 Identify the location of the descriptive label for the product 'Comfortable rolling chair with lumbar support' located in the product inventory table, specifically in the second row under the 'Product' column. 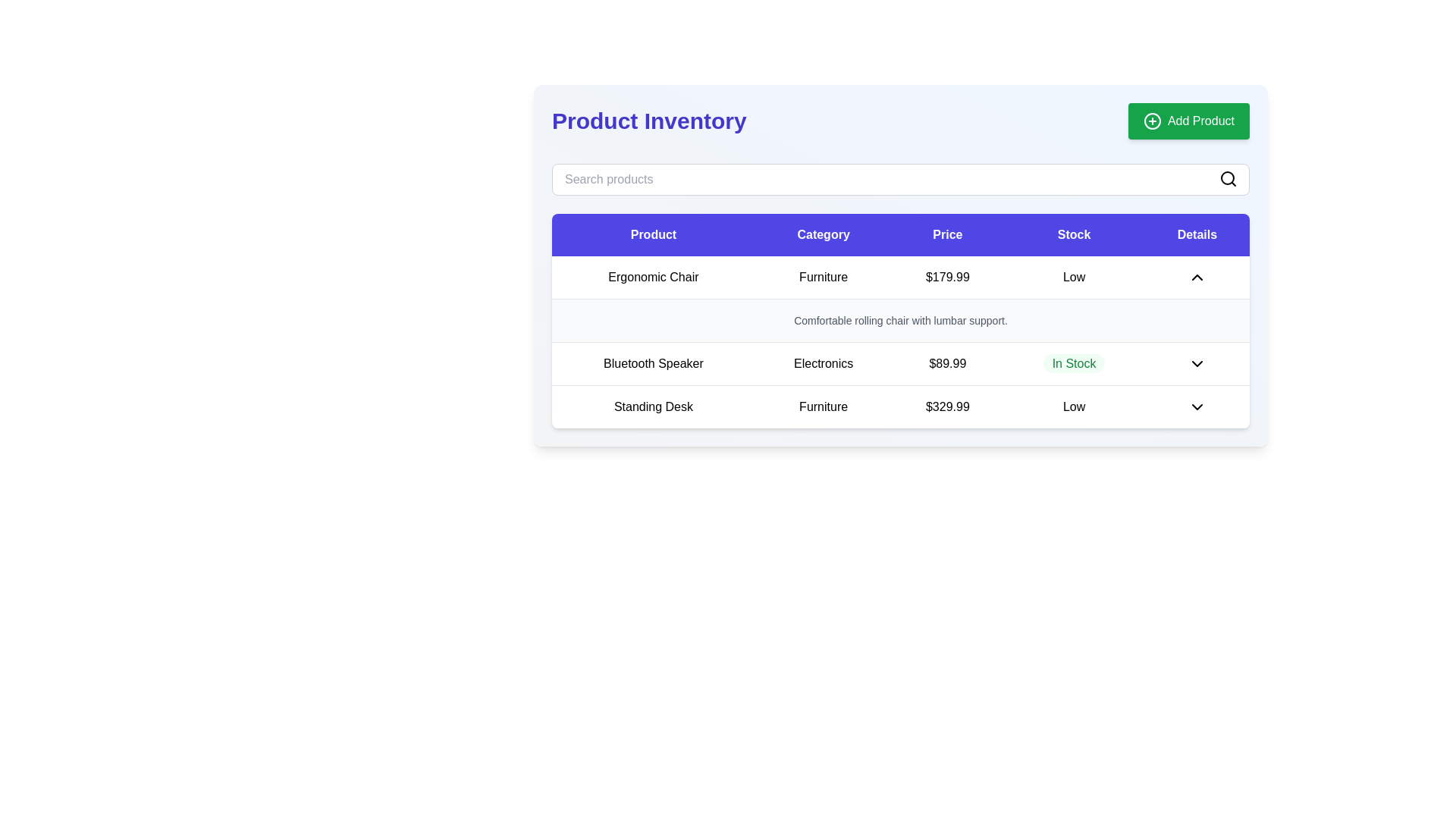
(901, 320).